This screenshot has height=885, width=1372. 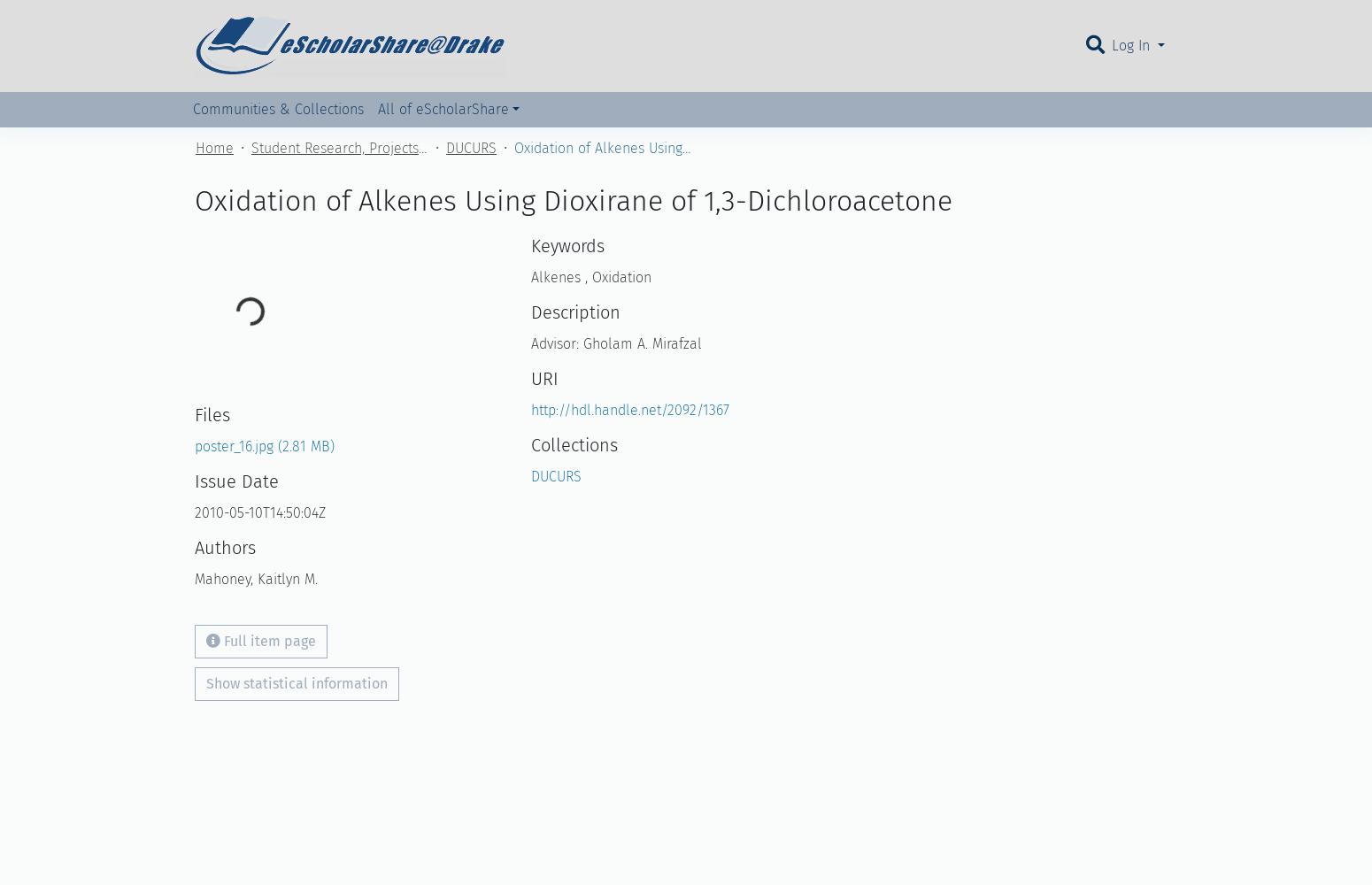 I want to click on '2010-05-10T14:50:04Z', so click(x=260, y=512).